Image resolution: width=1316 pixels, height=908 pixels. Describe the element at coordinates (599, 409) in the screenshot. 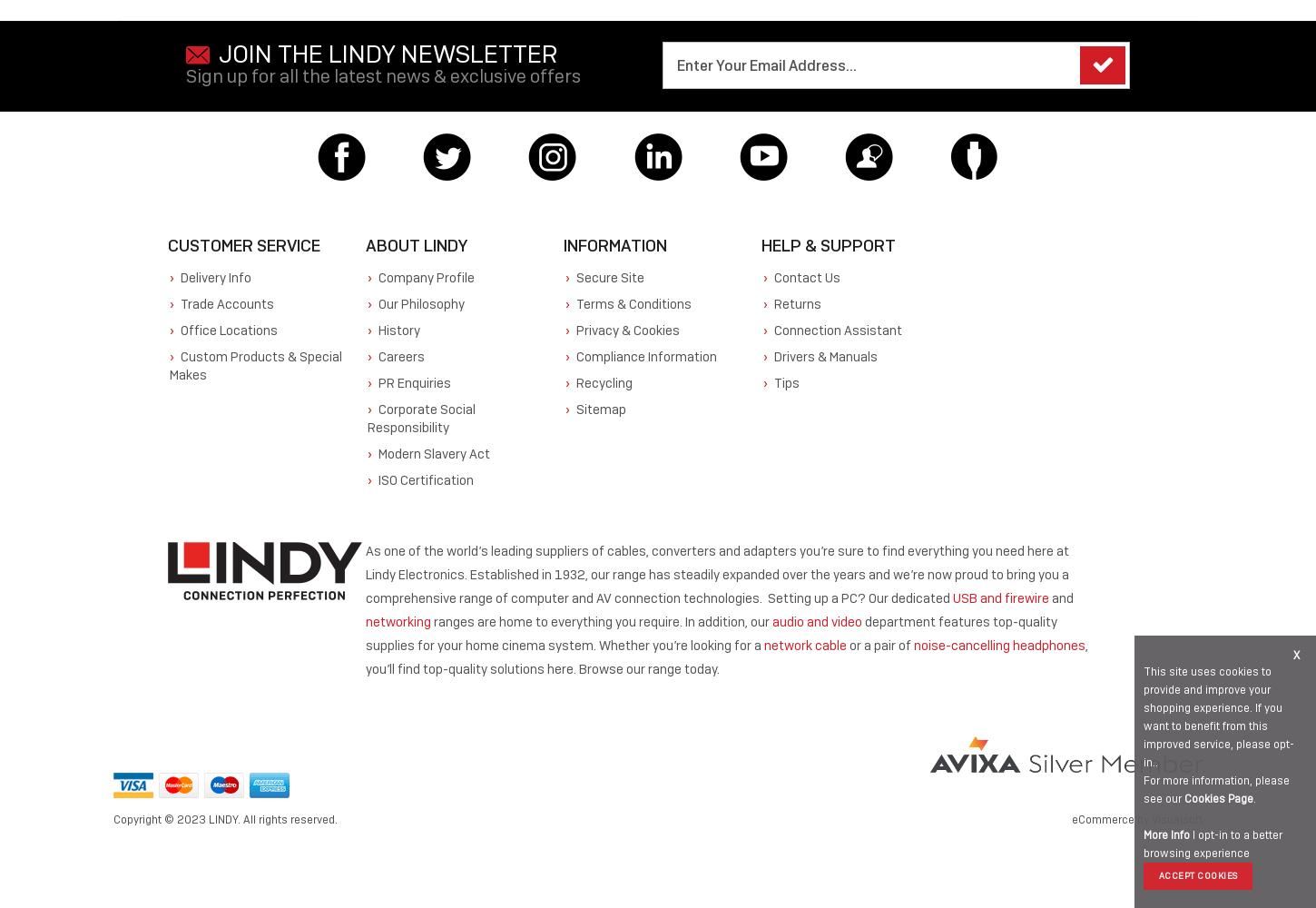

I see `'Sitemap'` at that location.